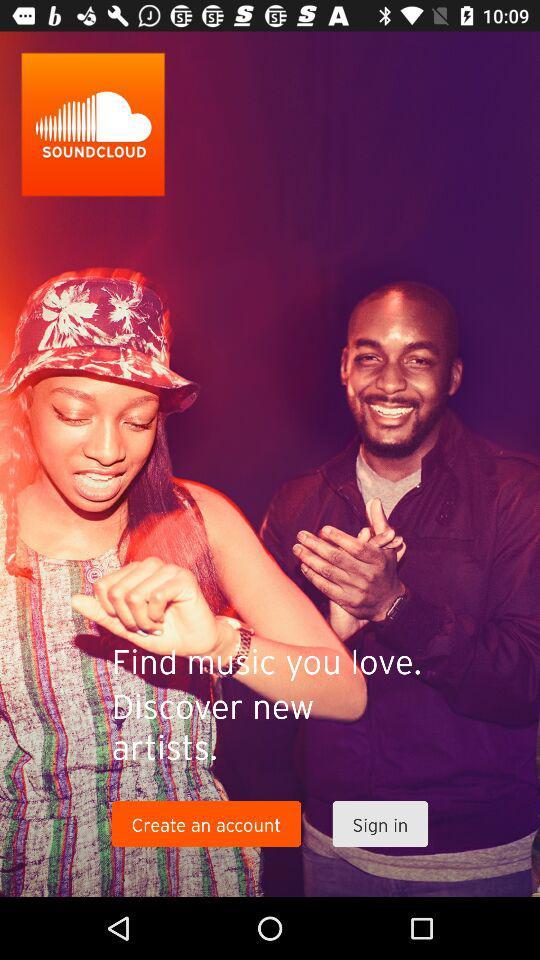 The image size is (540, 960). What do you see at coordinates (380, 824) in the screenshot?
I see `the icon next to create an account icon` at bounding box center [380, 824].